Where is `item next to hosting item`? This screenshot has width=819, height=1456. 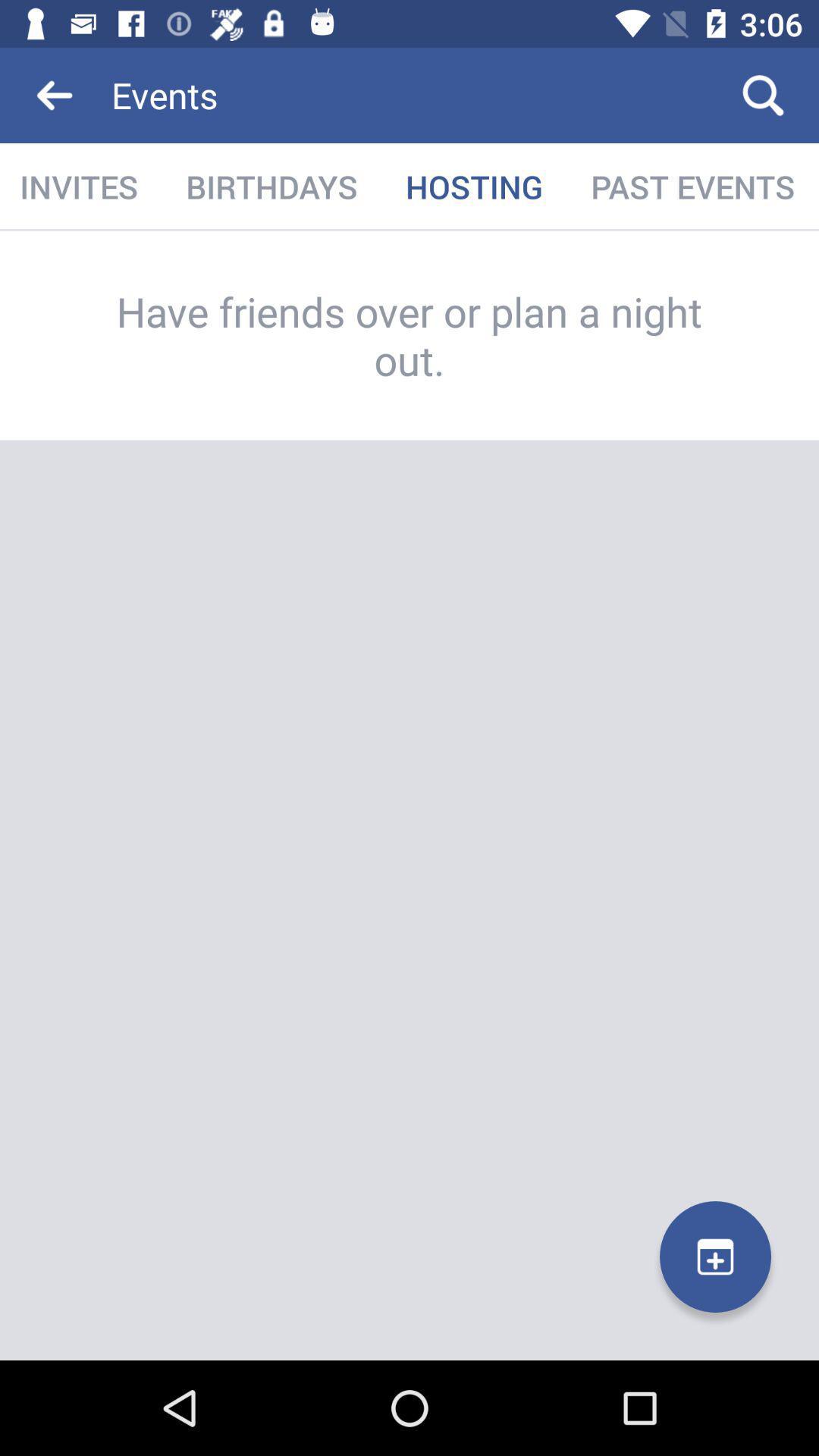 item next to hosting item is located at coordinates (271, 186).